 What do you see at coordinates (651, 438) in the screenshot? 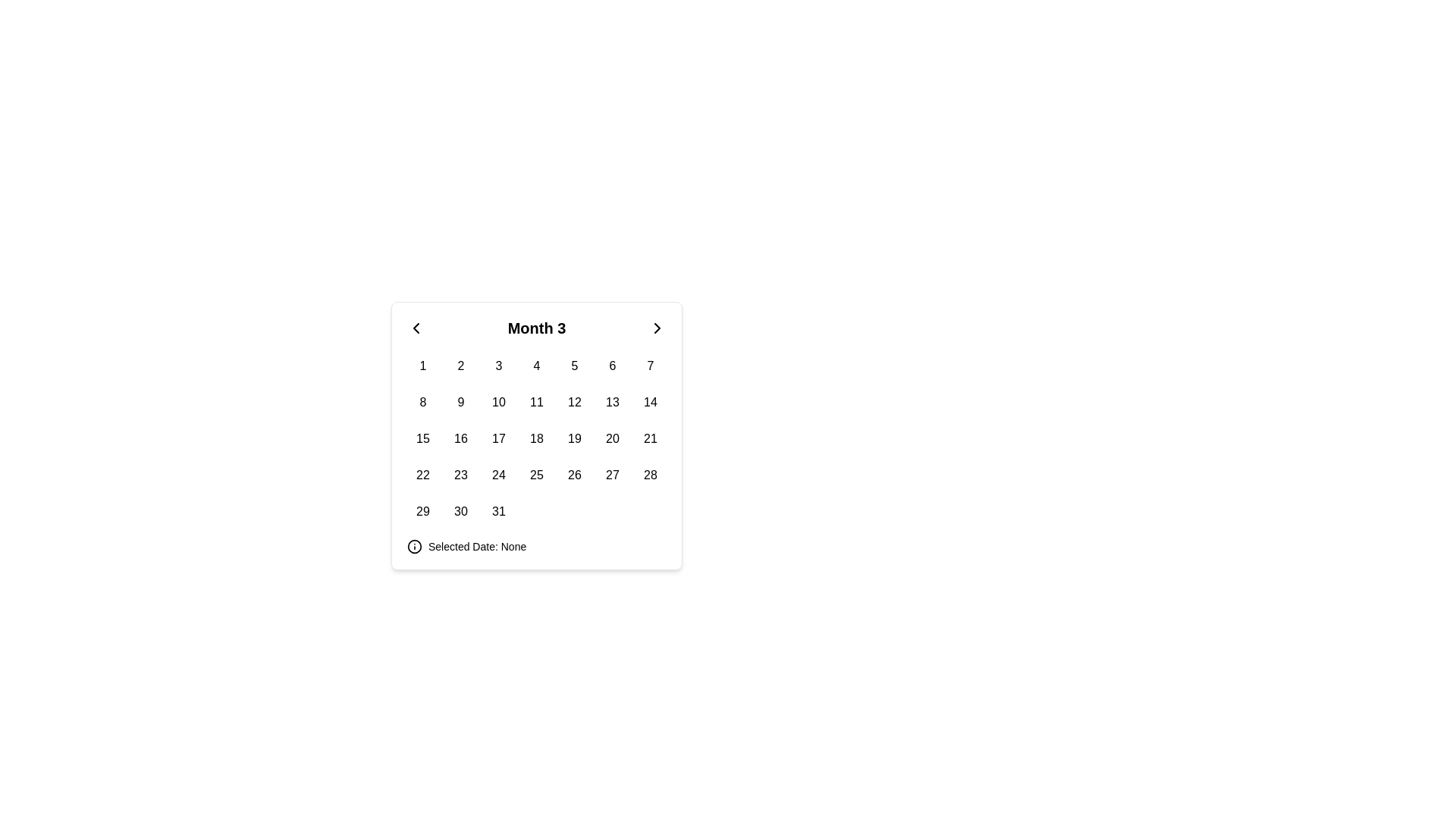
I see `the calendar day button for the 21st day of the month located in the third row, seventh column of the calendar grid` at bounding box center [651, 438].